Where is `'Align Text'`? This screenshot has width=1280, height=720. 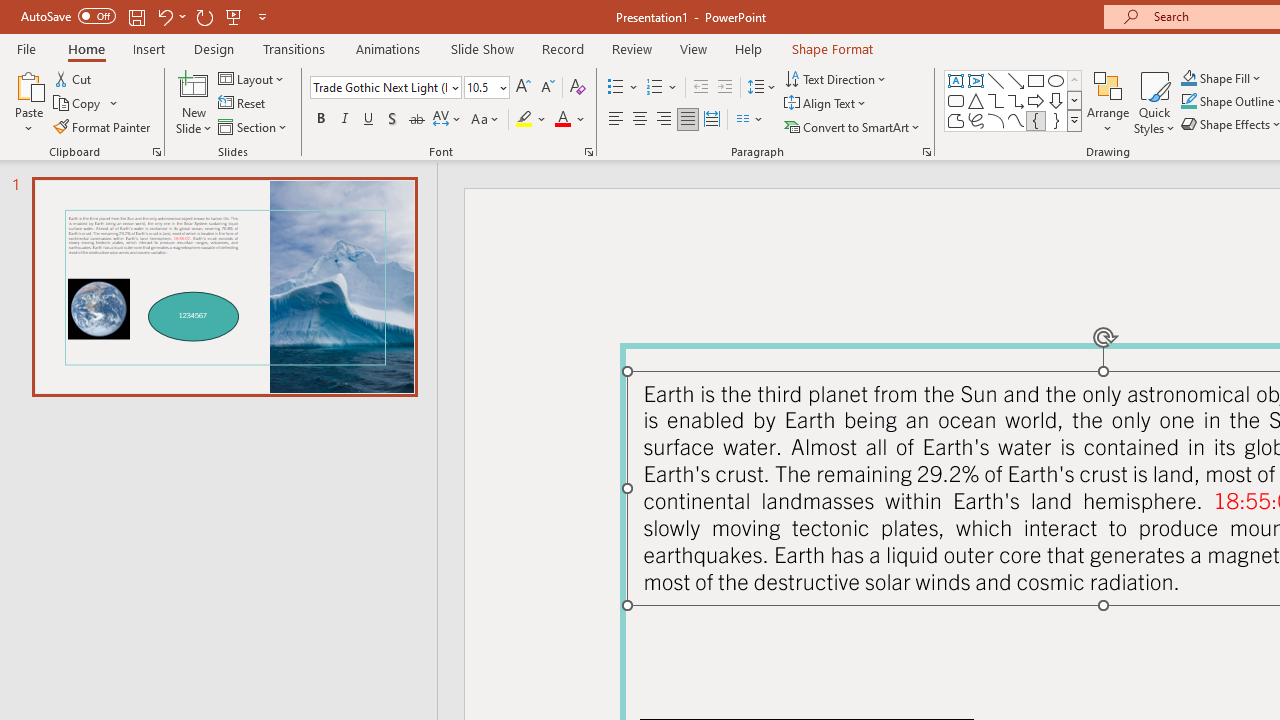
'Align Text' is located at coordinates (826, 103).